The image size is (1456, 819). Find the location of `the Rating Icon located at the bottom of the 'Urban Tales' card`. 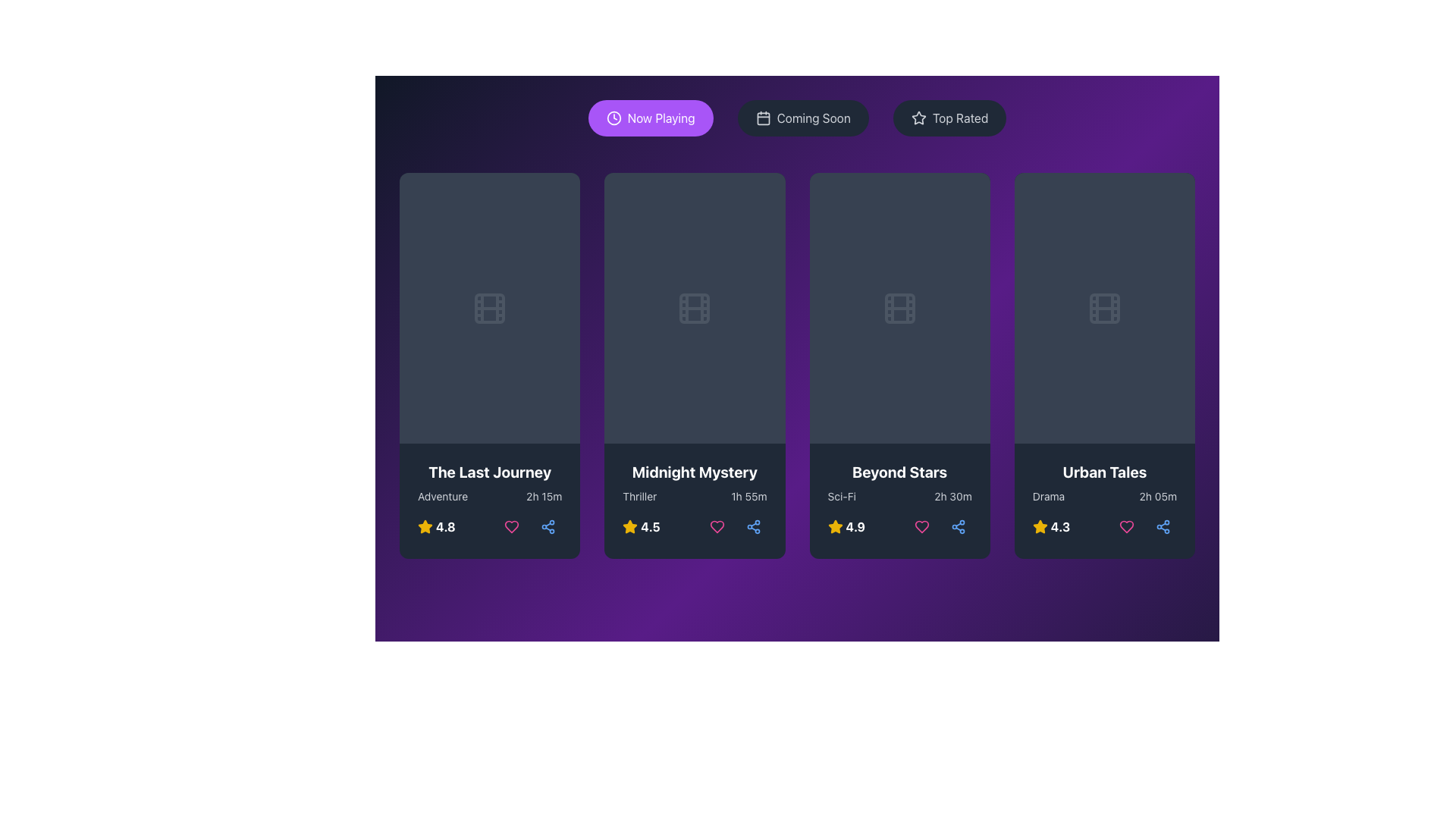

the Rating Icon located at the bottom of the 'Urban Tales' card is located at coordinates (1039, 526).